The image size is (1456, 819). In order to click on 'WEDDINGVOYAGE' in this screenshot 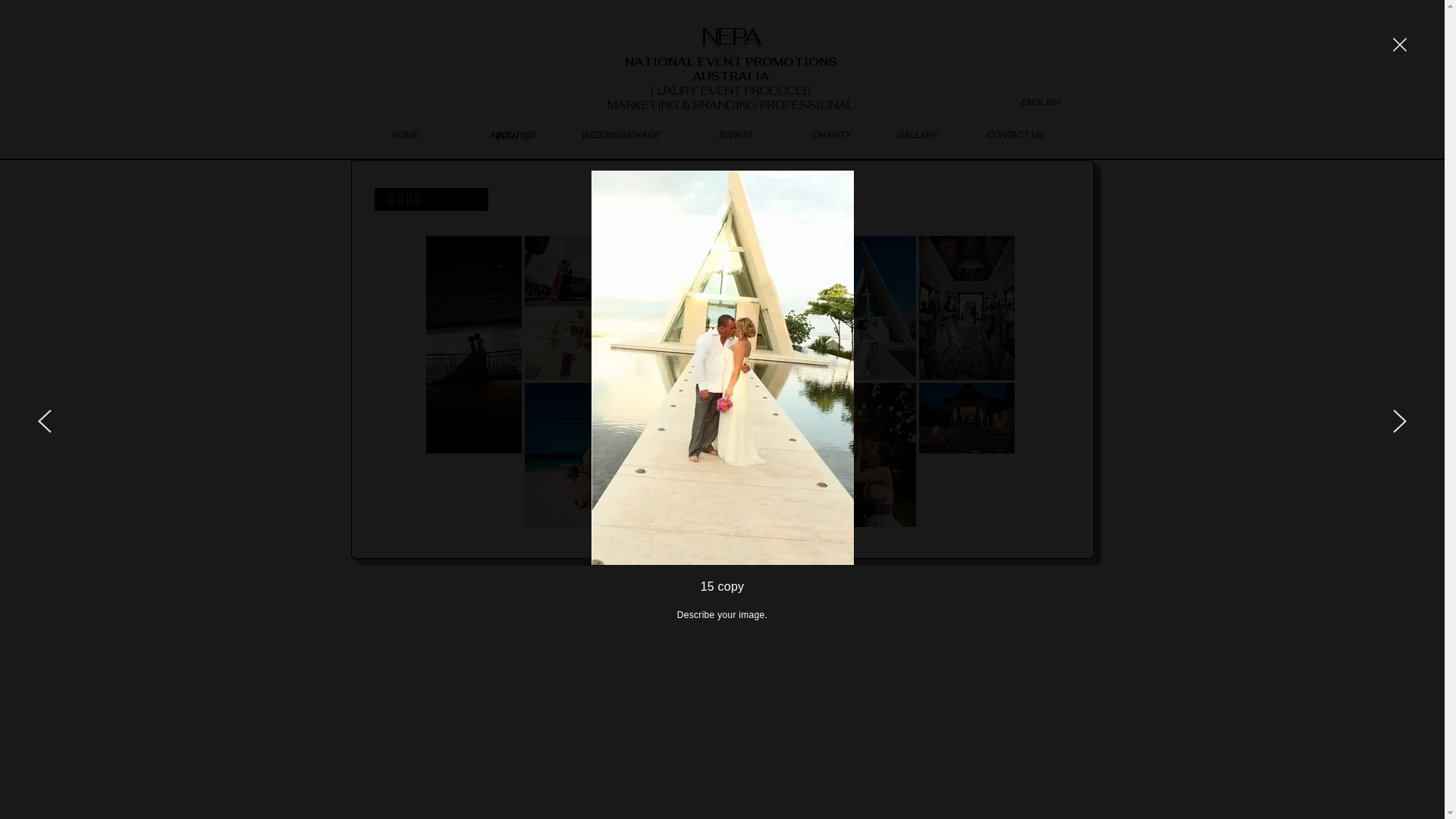, I will do `click(619, 133)`.